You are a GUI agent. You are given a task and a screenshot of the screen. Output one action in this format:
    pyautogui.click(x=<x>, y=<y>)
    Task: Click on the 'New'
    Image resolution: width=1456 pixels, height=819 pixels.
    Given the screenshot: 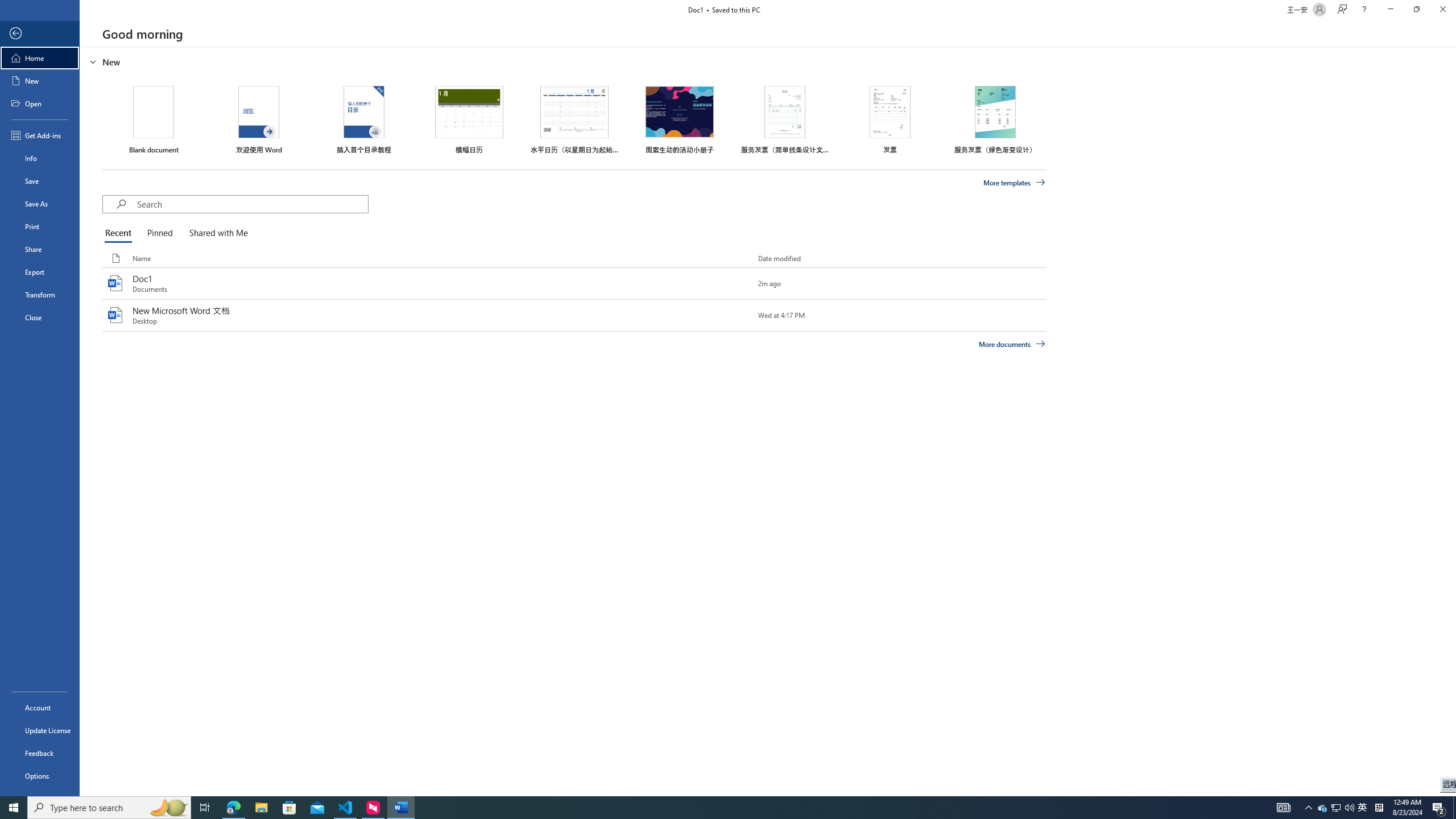 What is the action you would take?
    pyautogui.click(x=39, y=80)
    